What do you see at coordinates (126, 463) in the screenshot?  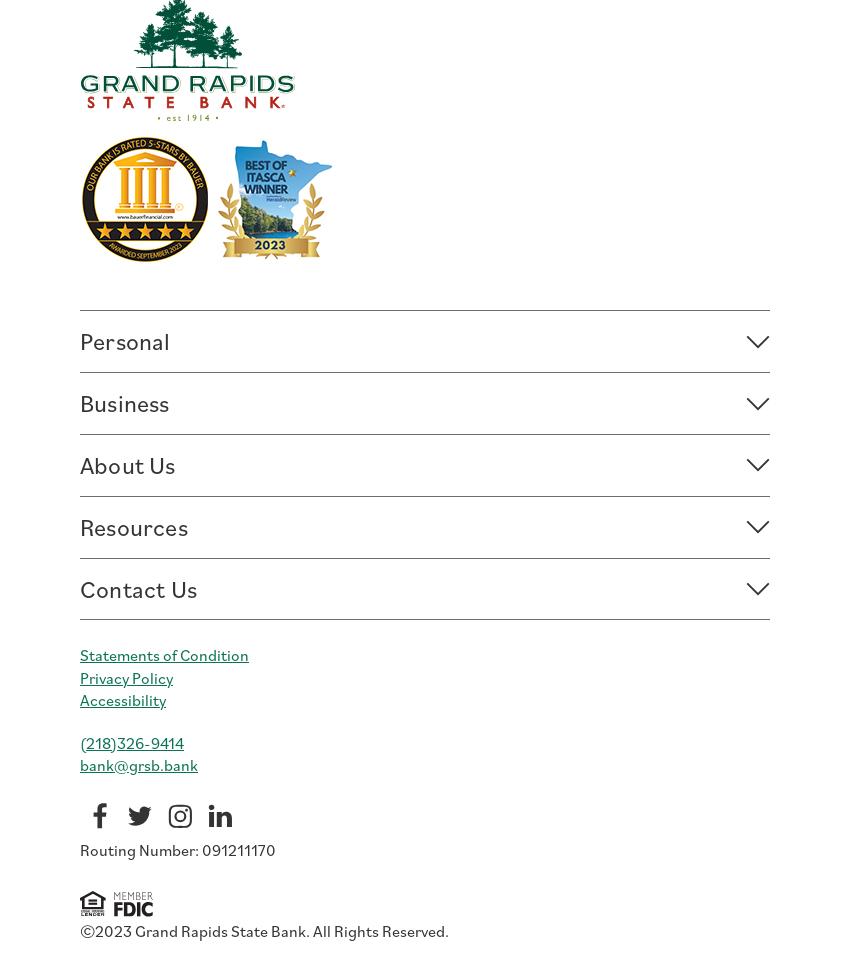 I see `'About Us'` at bounding box center [126, 463].